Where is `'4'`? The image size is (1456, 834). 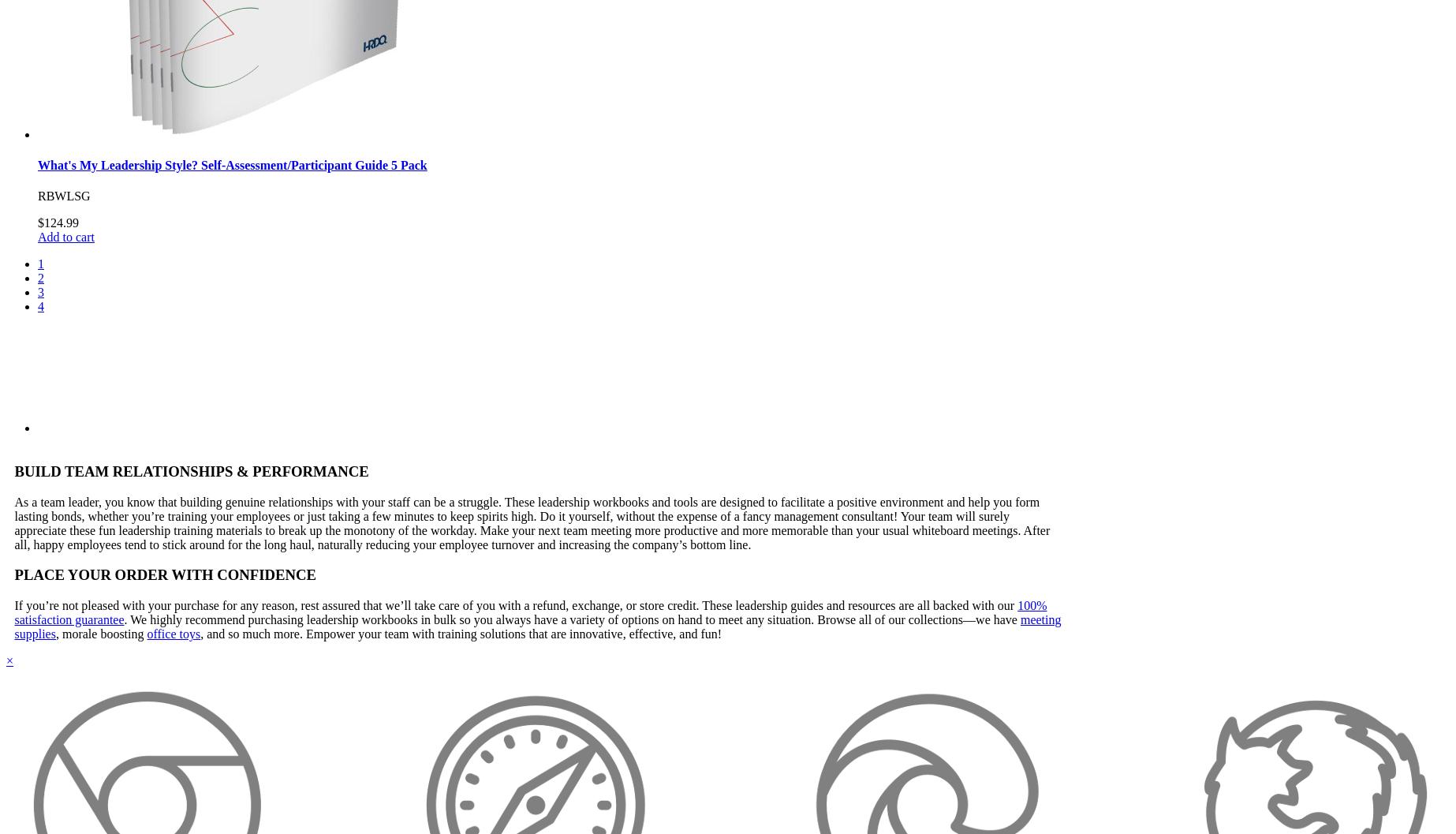 '4' is located at coordinates (41, 305).